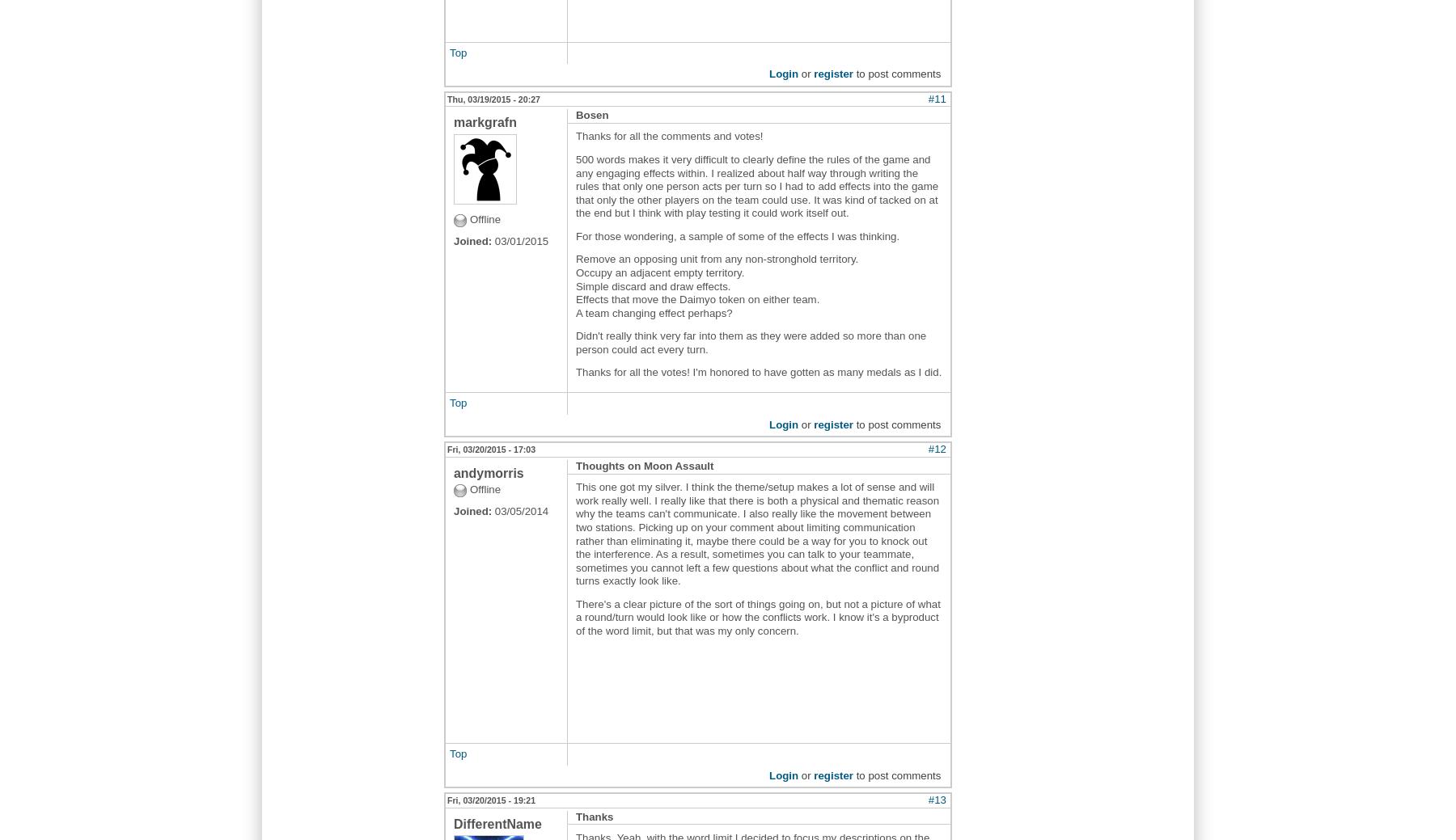 This screenshot has width=1456, height=840. I want to click on '#12', so click(926, 449).